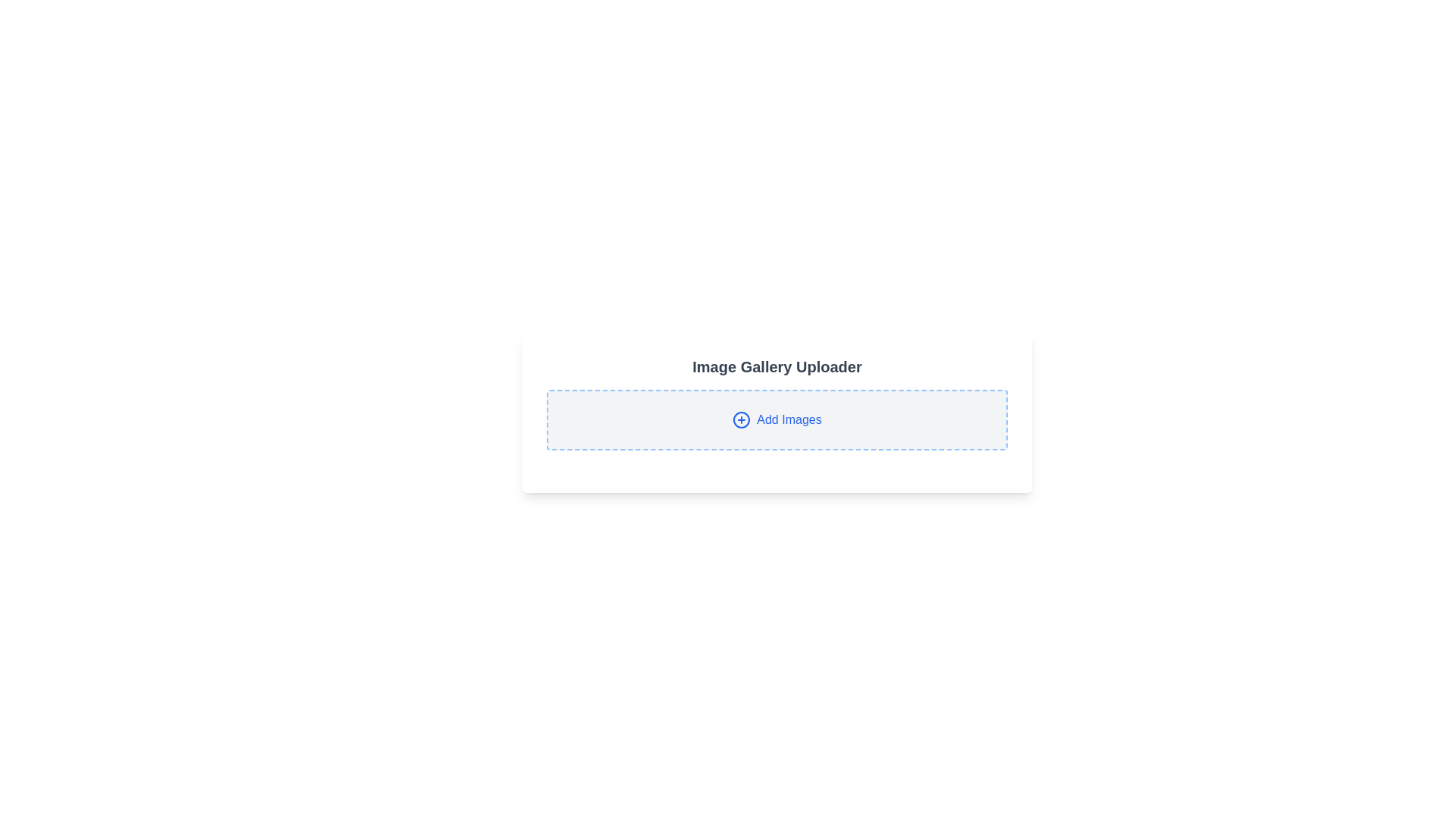 This screenshot has height=819, width=1456. What do you see at coordinates (777, 420) in the screenshot?
I see `the button located below the 'Image Gallery Uploader' heading` at bounding box center [777, 420].